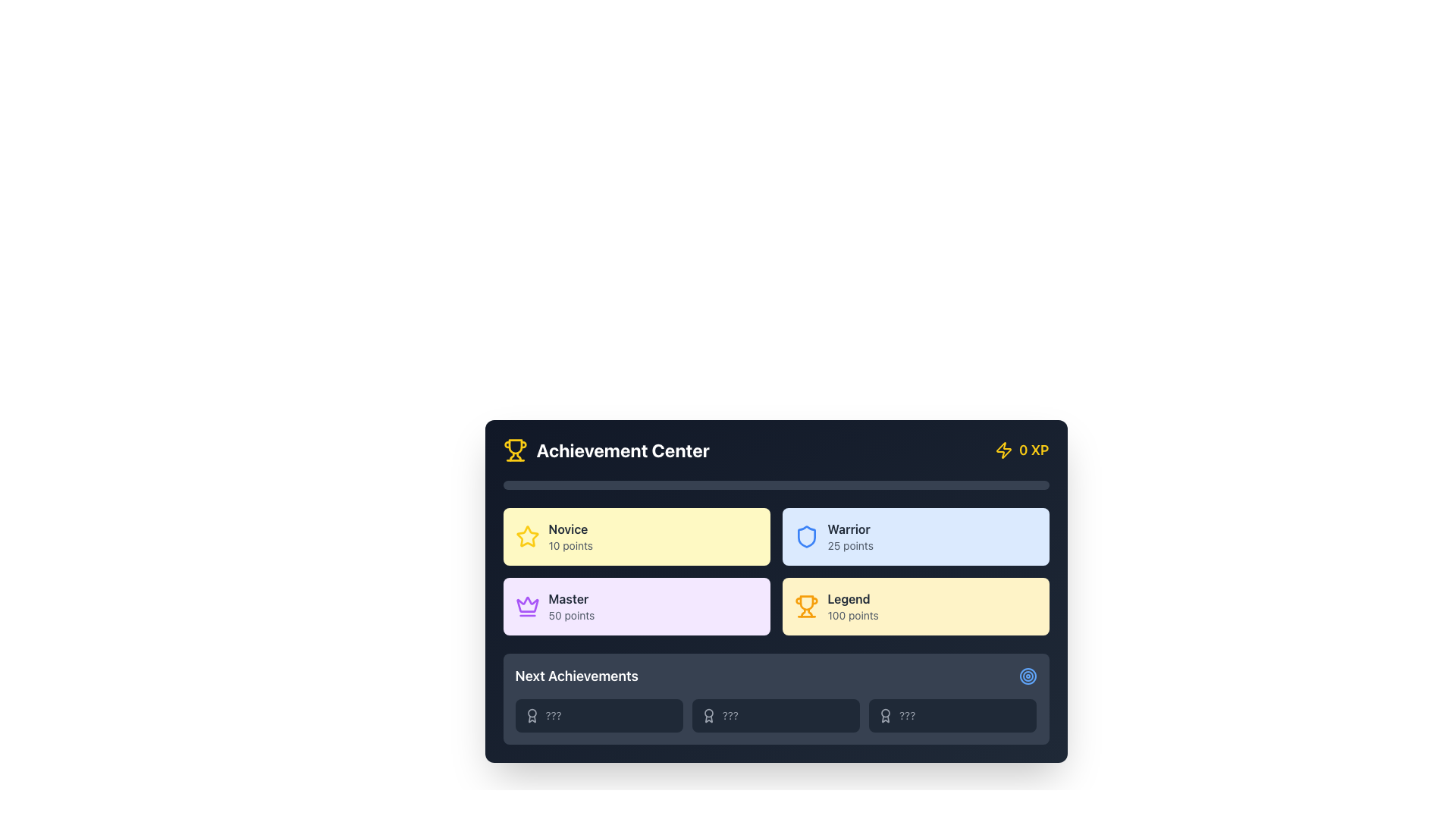 The height and width of the screenshot is (819, 1456). I want to click on the central main cup section of the trophy icon, which is part of the Achievement Center header and features a yellow fill within a black outline, so click(515, 446).